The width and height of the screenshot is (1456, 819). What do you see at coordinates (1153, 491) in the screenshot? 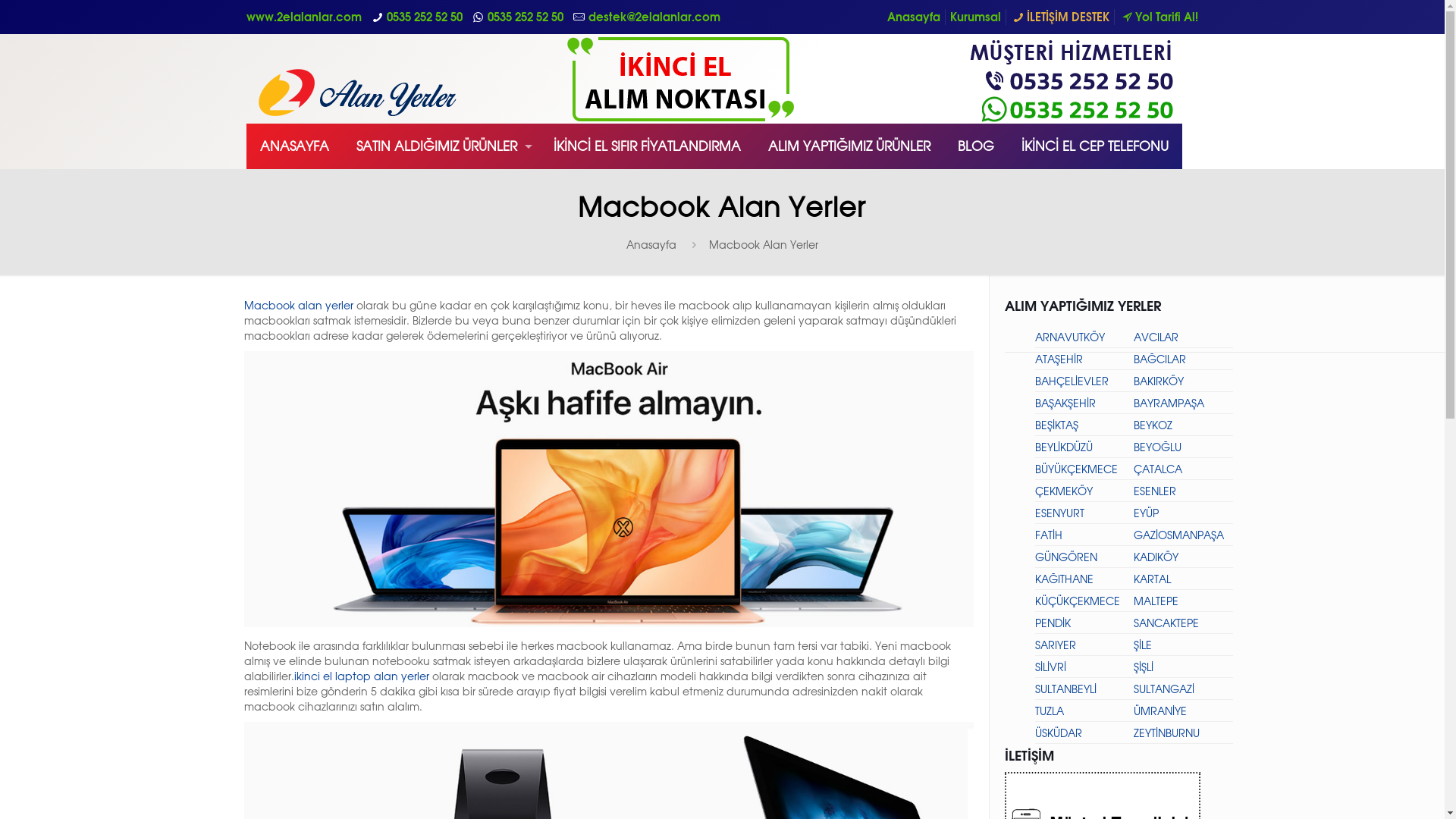
I see `'ESENLER'` at bounding box center [1153, 491].